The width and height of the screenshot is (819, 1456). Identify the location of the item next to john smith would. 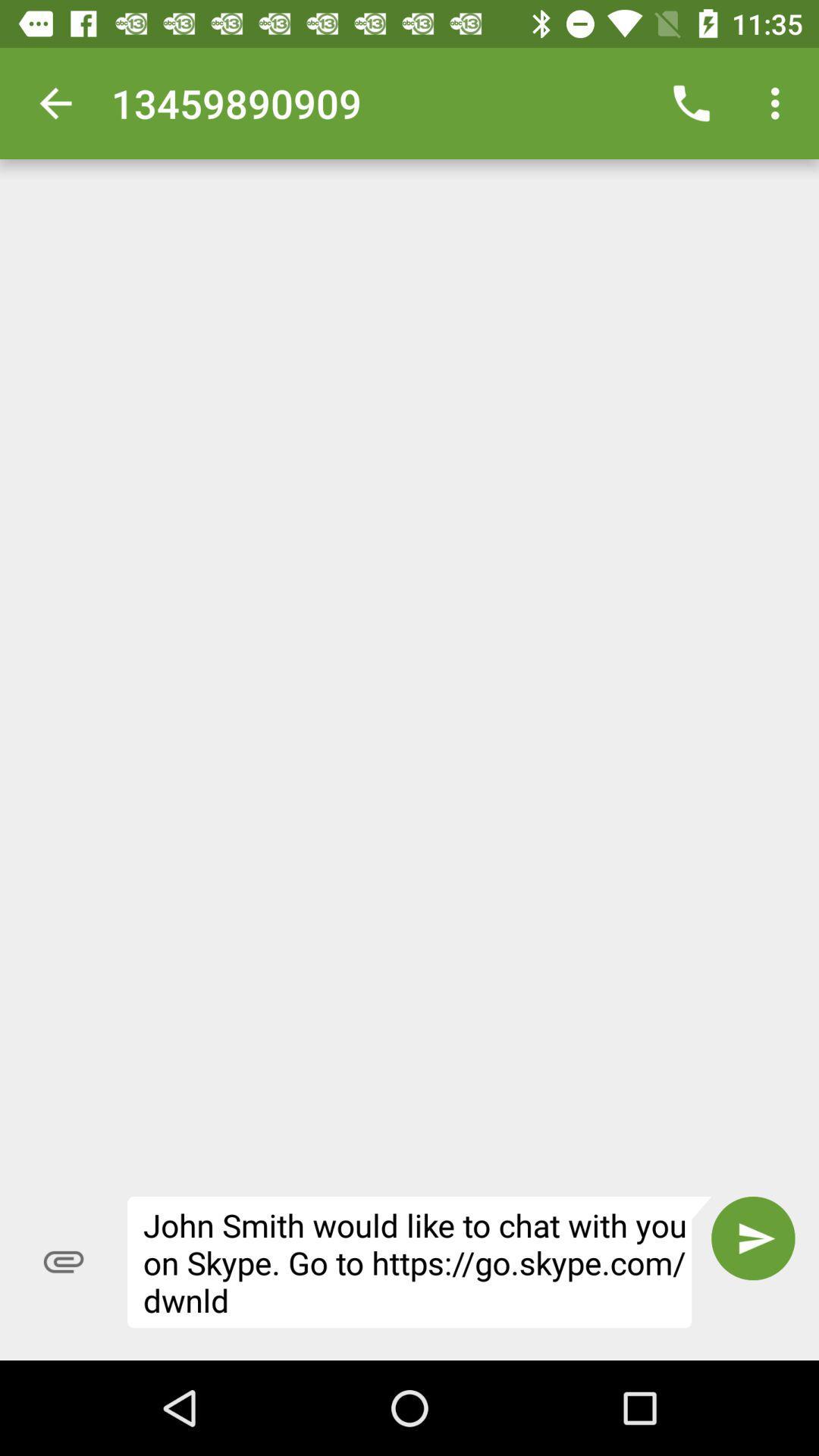
(753, 1238).